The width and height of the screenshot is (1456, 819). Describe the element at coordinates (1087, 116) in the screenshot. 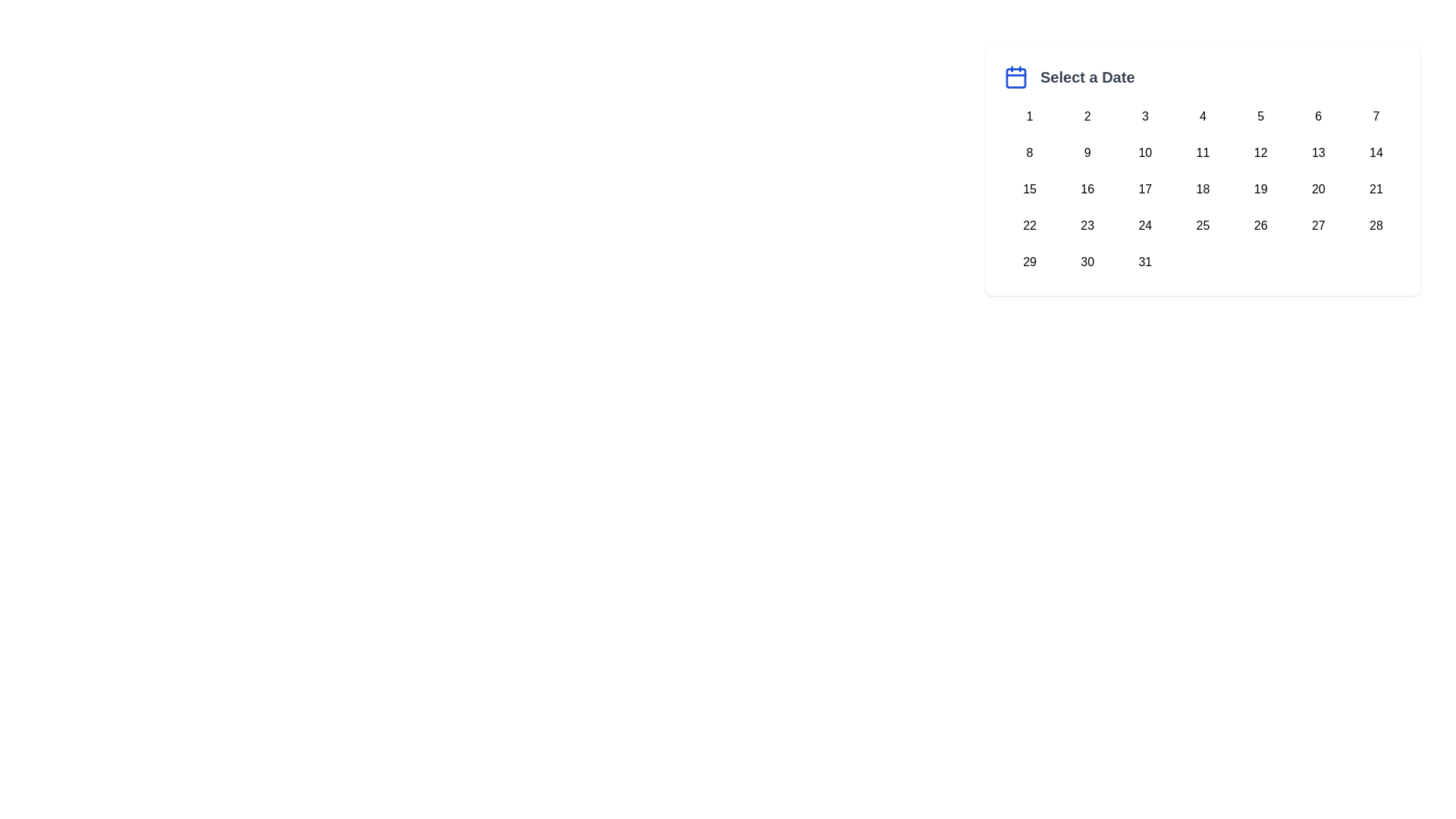

I see `the clickable button for selecting the second day in the calendar, which is located in the first row and second column of the grid titled 'Select a Date'` at that location.